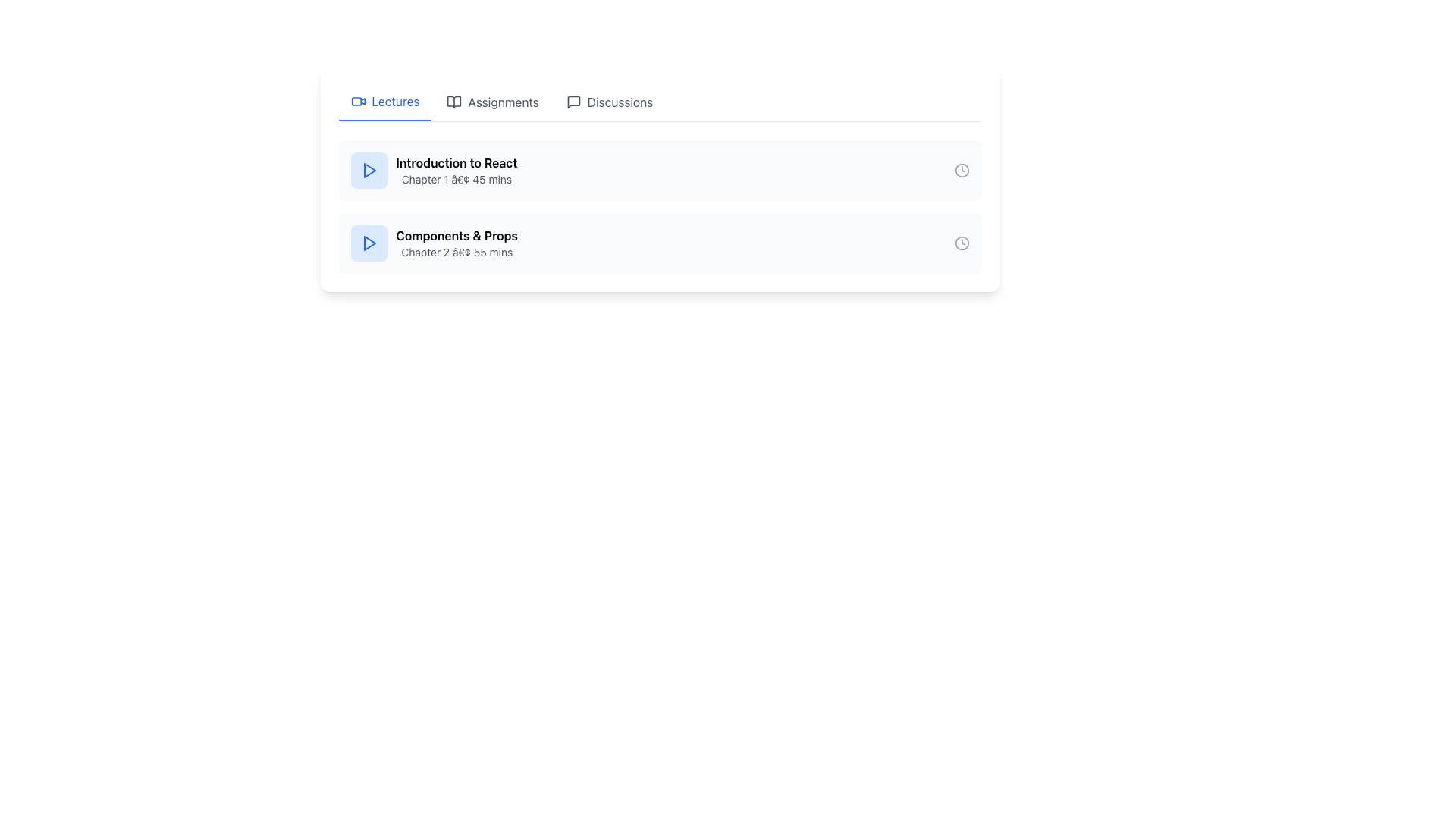 The image size is (1456, 819). I want to click on the Lectures section icon, which is the leftmost item in the section header, positioned in the upper portion of the display content area, so click(357, 102).